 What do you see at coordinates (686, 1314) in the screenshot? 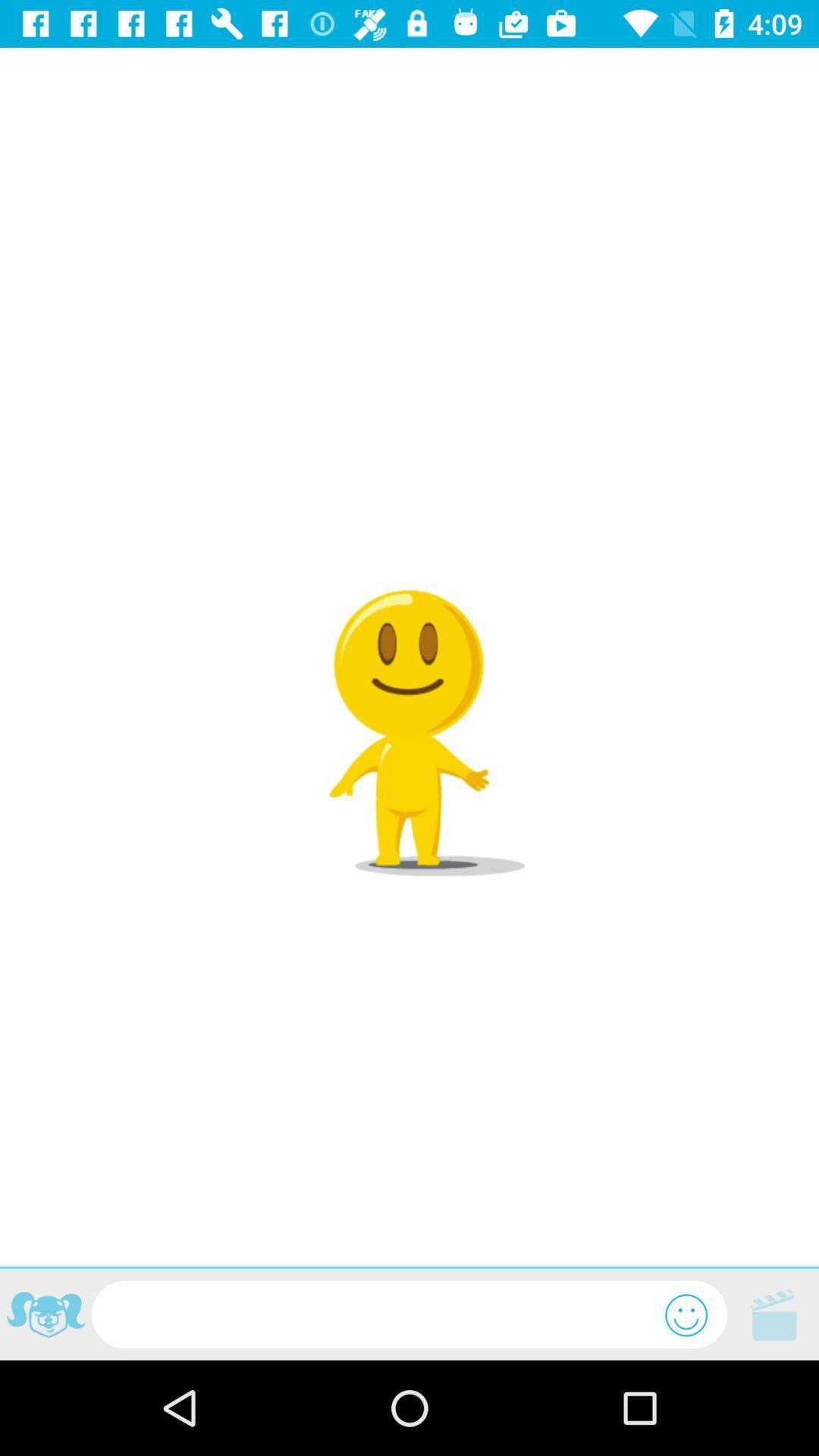
I see `the emoji icon` at bounding box center [686, 1314].